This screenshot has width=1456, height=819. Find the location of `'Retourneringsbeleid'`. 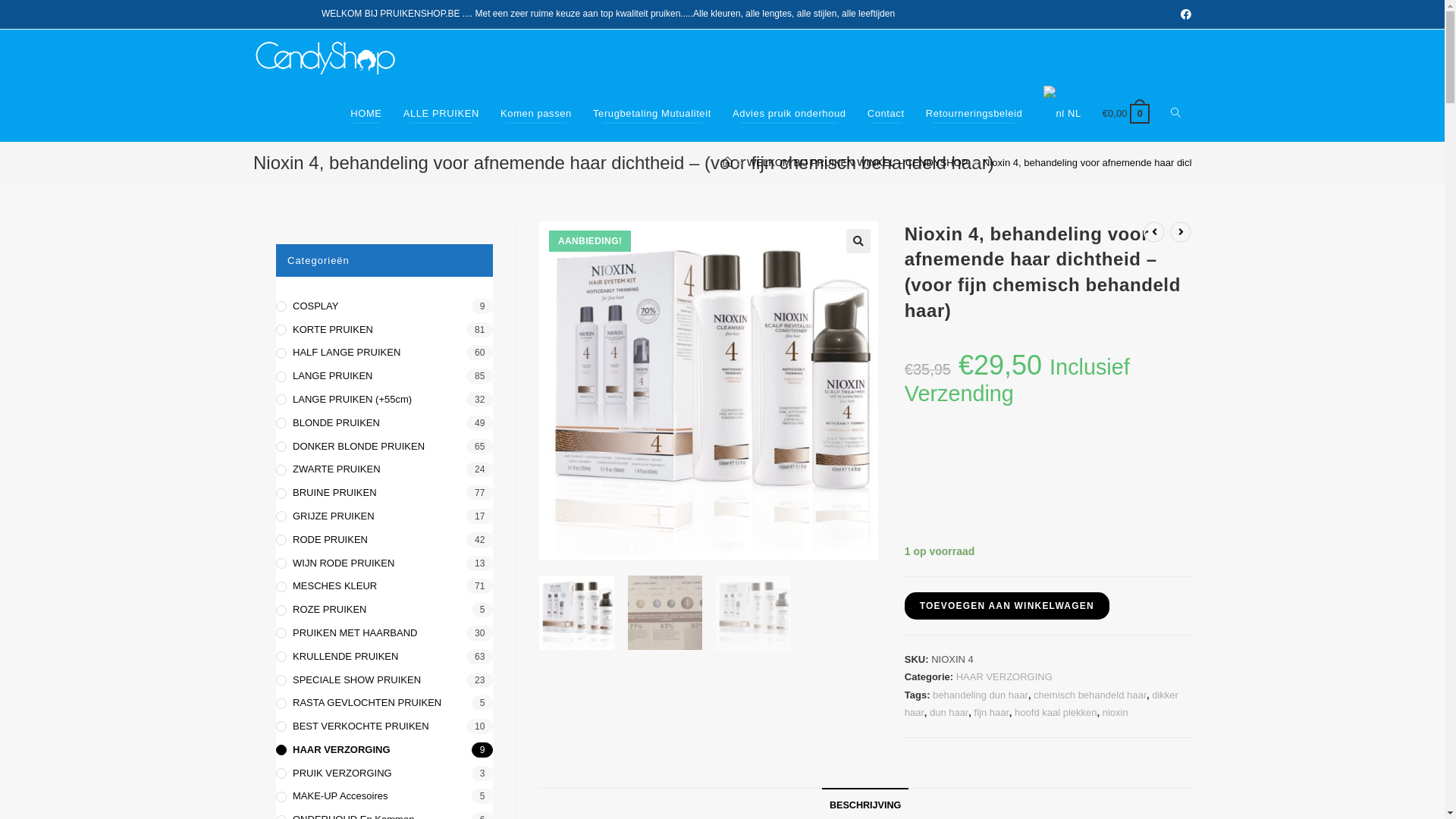

'Retourneringsbeleid' is located at coordinates (974, 113).